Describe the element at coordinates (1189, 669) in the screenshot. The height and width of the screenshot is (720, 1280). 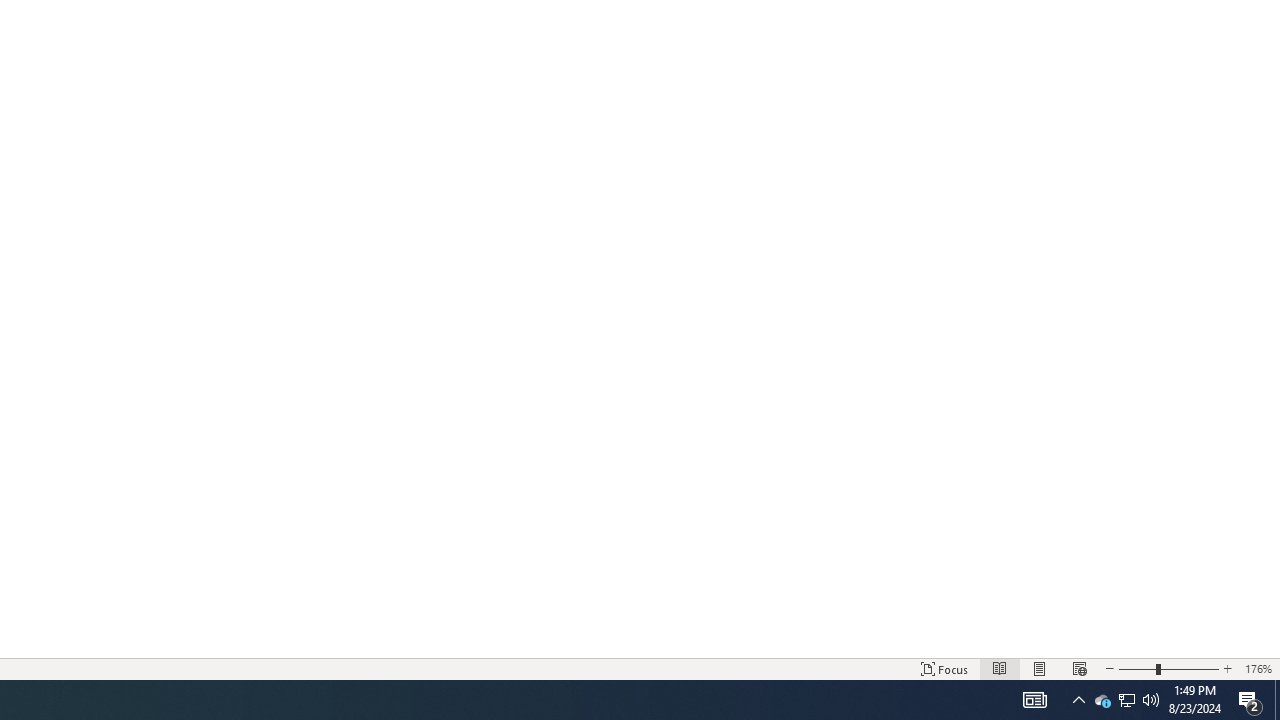
I see `'Zoom In'` at that location.